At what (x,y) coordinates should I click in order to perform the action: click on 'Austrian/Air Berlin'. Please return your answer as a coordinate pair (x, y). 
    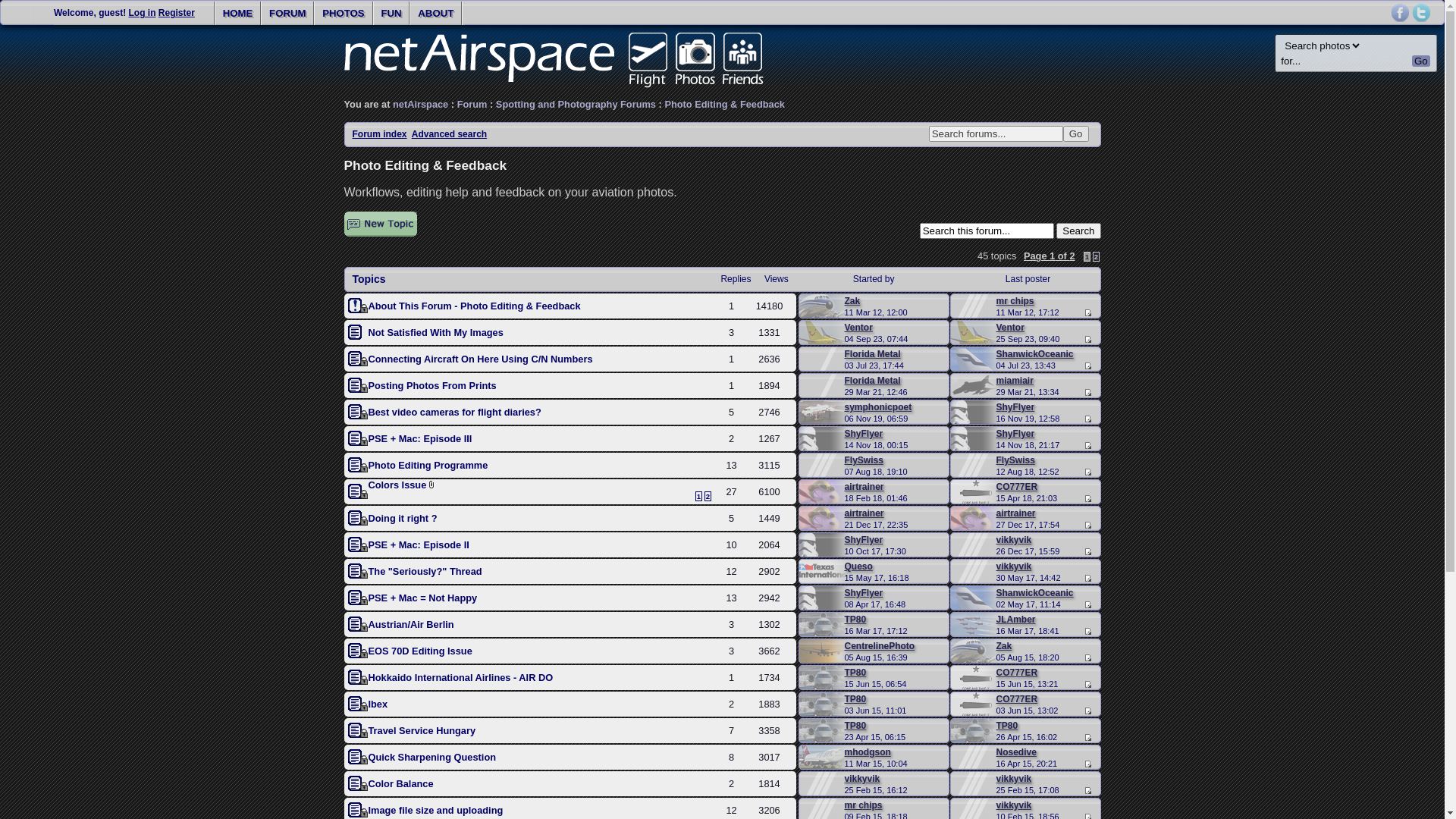
    Looking at the image, I should click on (411, 624).